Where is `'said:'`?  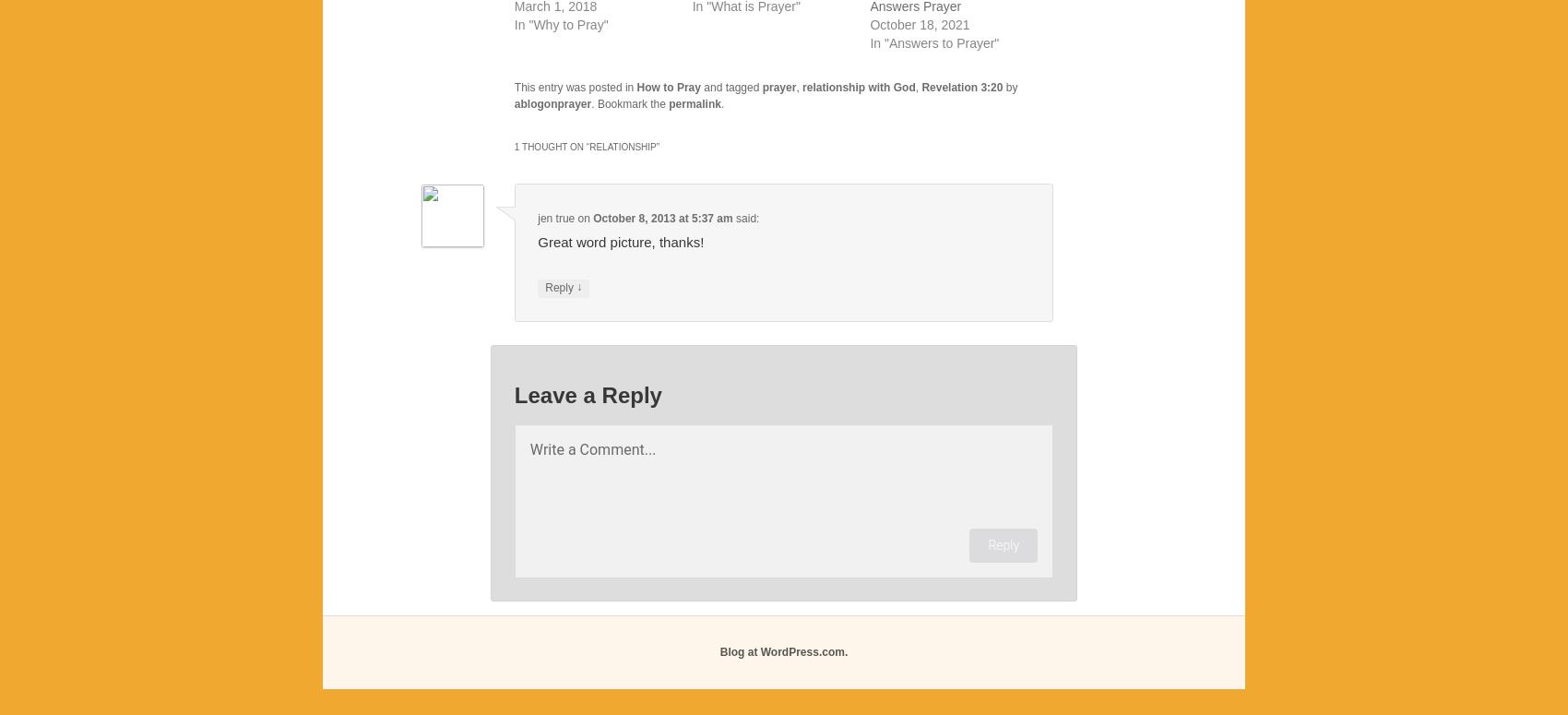
'said:' is located at coordinates (746, 217).